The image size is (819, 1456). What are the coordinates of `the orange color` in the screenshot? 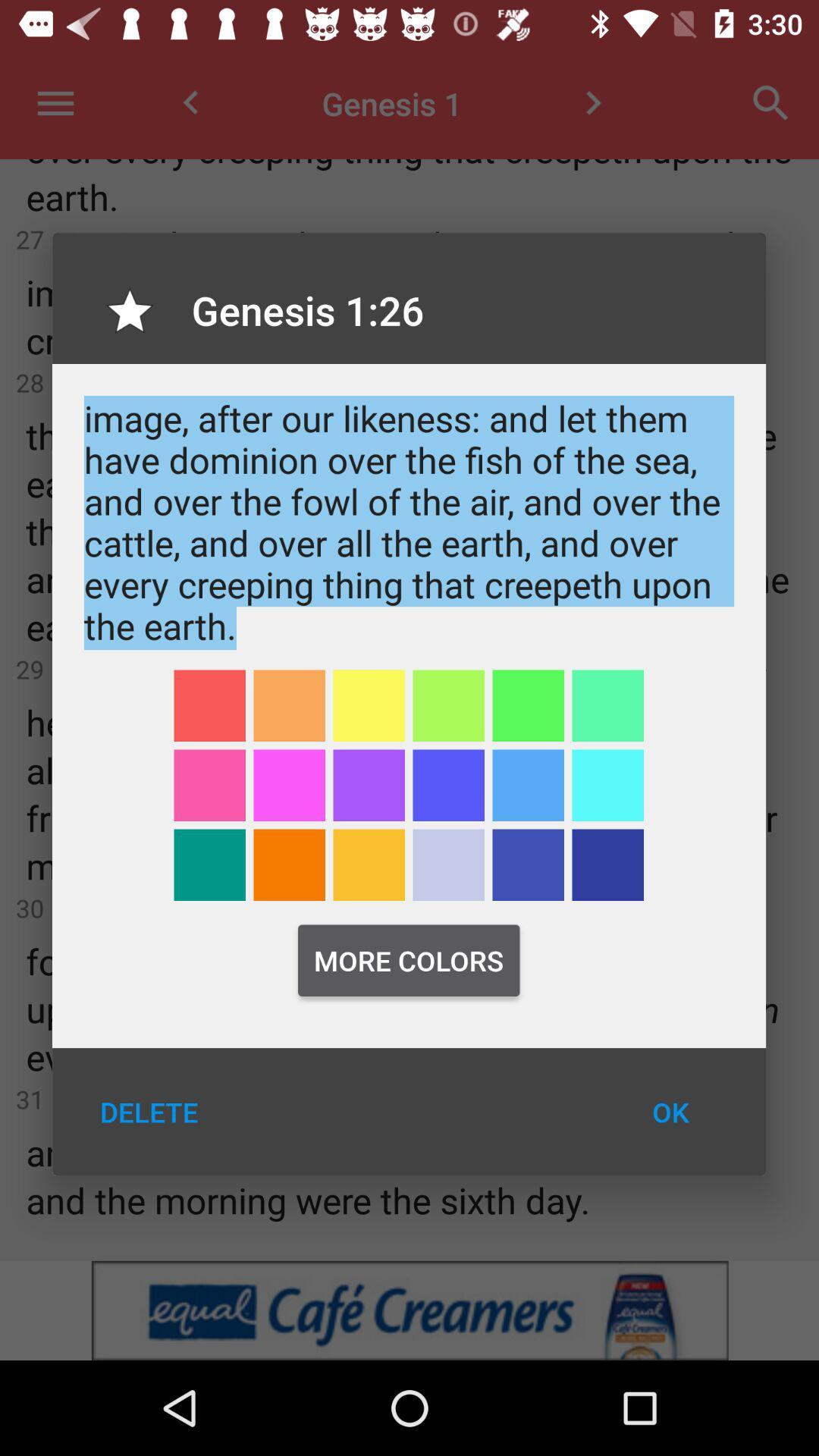 It's located at (289, 704).